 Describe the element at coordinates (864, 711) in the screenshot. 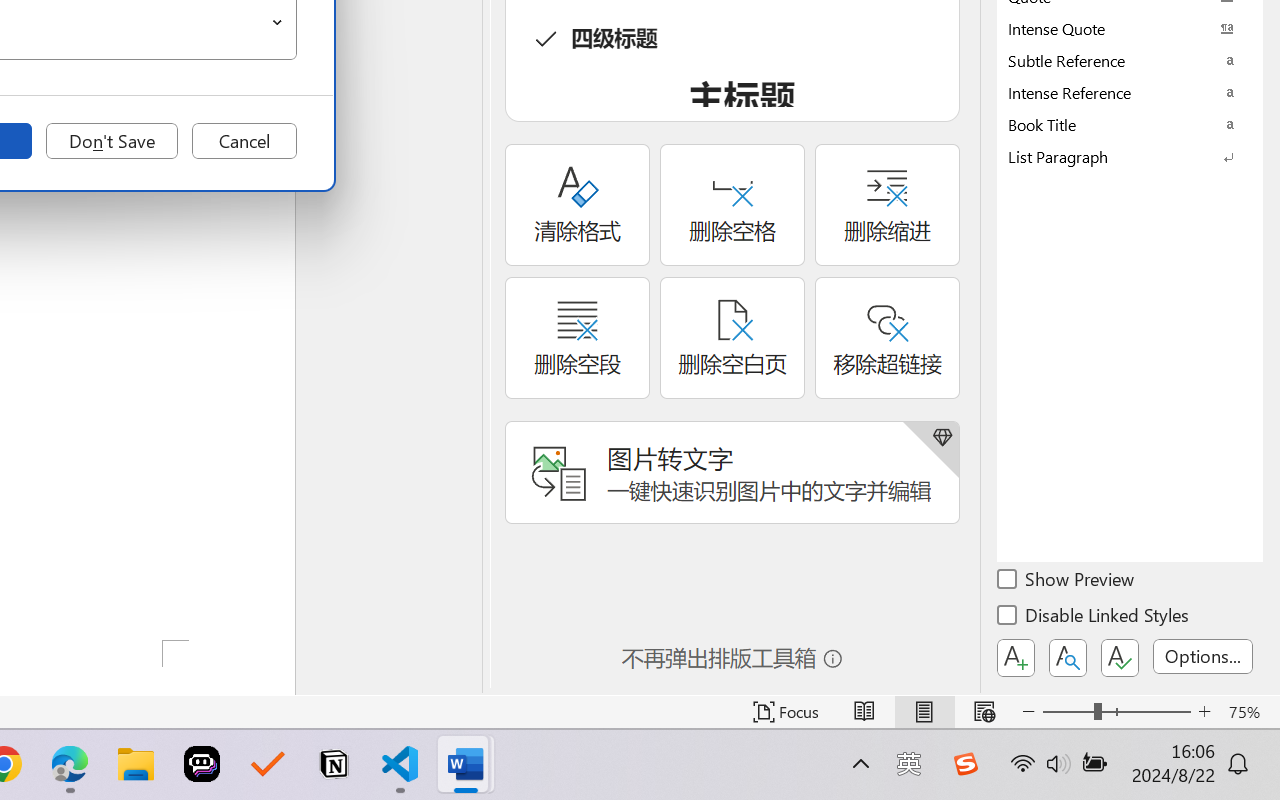

I see `'Read Mode'` at that location.